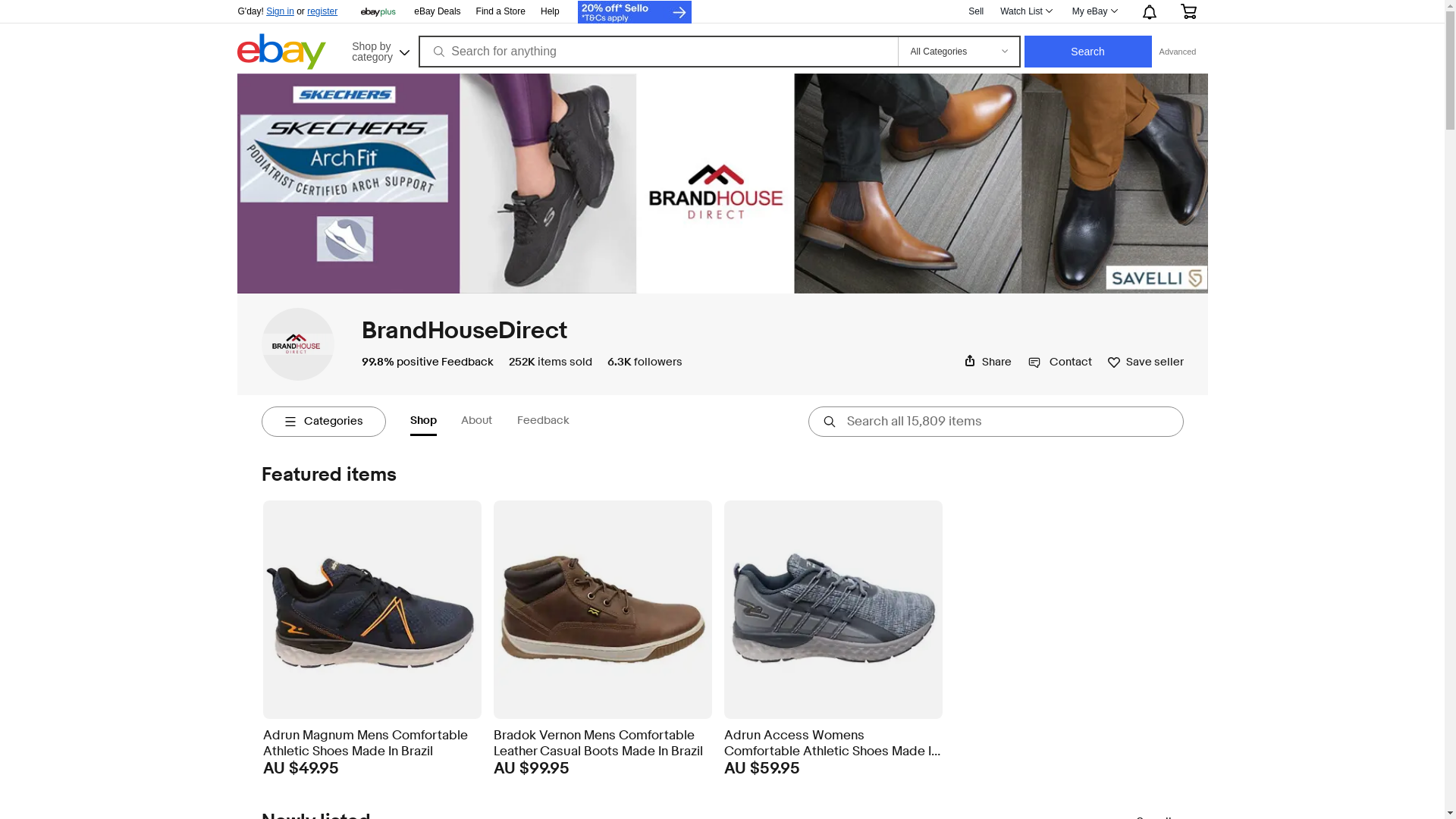 The width and height of the screenshot is (1456, 819). Describe the element at coordinates (1087, 51) in the screenshot. I see `'Search'` at that location.